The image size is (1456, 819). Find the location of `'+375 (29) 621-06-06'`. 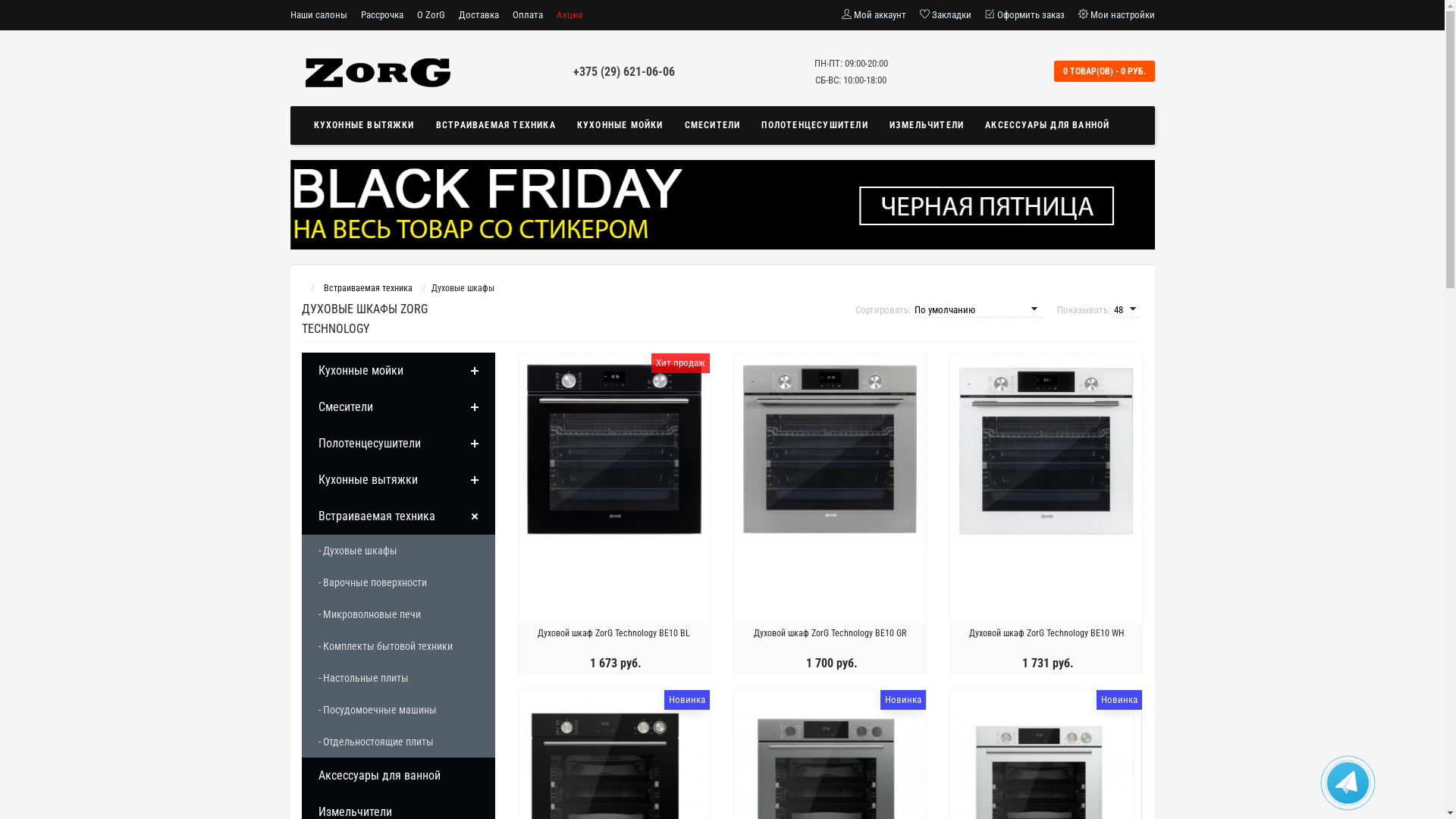

'+375 (29) 621-06-06' is located at coordinates (623, 71).